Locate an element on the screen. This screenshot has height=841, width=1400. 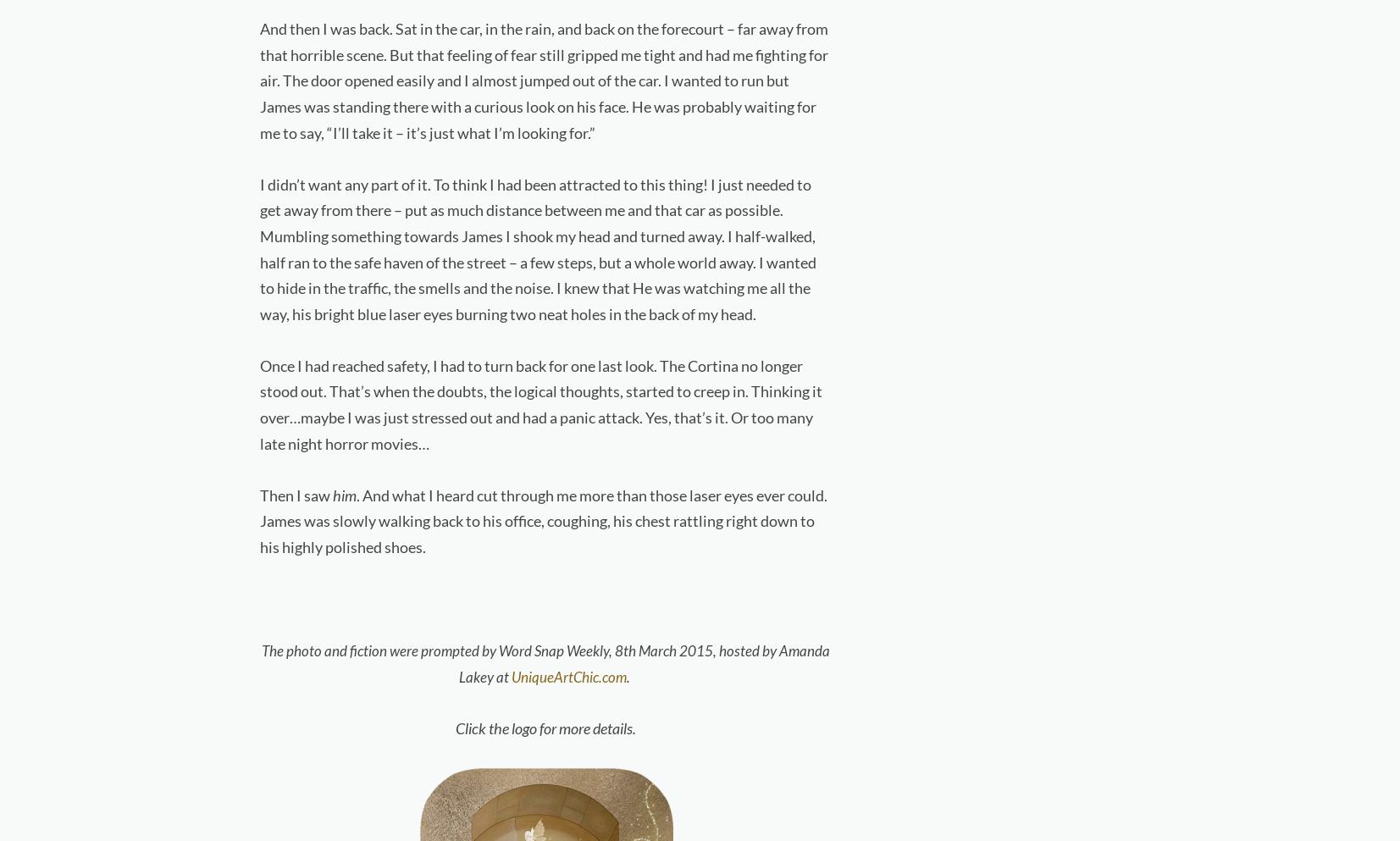
'Then I saw' is located at coordinates (294, 494).